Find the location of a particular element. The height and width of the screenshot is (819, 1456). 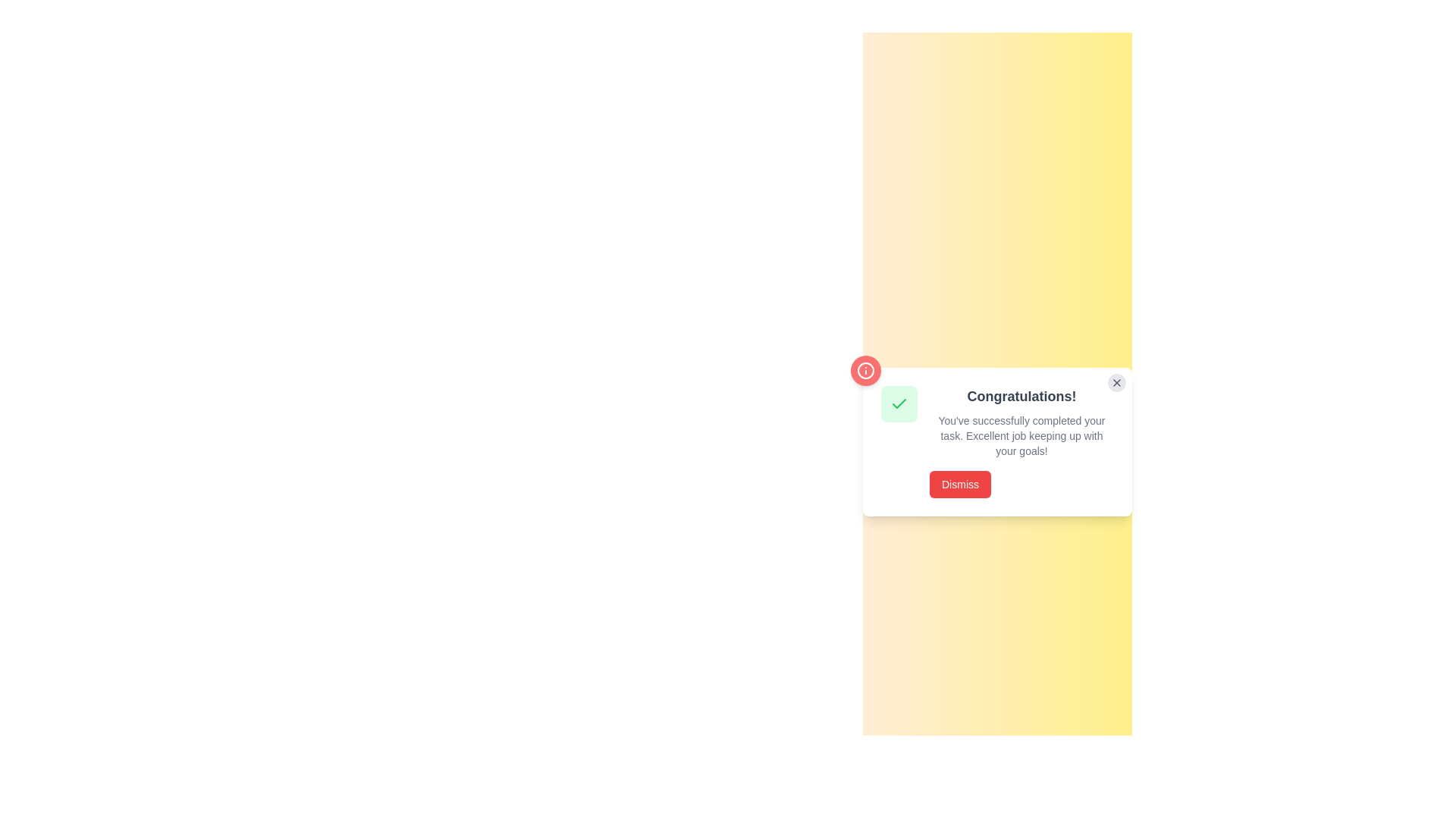

the circular close button in the top-right corner of the congratulatory card is located at coordinates (1117, 382).